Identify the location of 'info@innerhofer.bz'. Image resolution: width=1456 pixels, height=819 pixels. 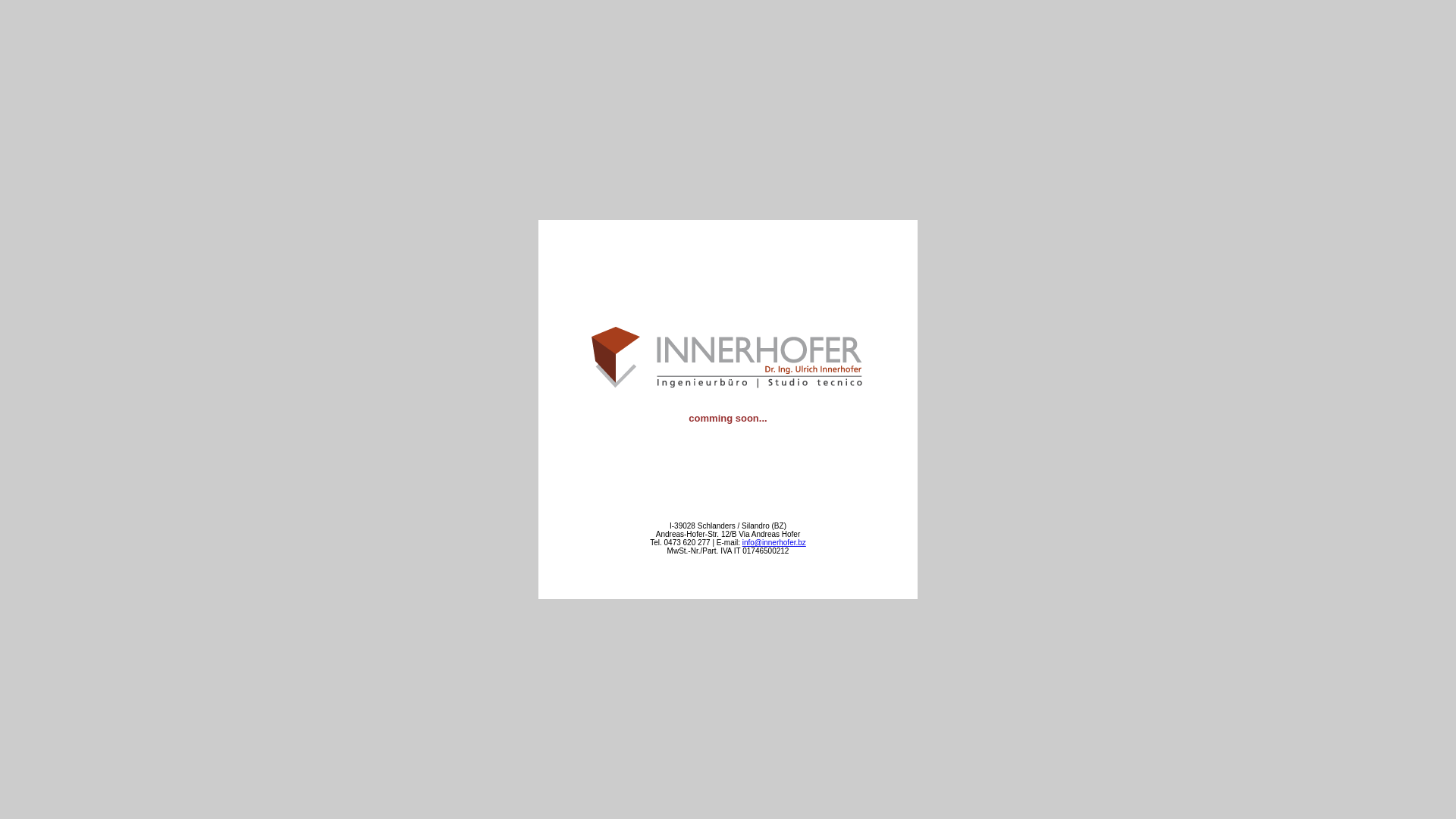
(774, 541).